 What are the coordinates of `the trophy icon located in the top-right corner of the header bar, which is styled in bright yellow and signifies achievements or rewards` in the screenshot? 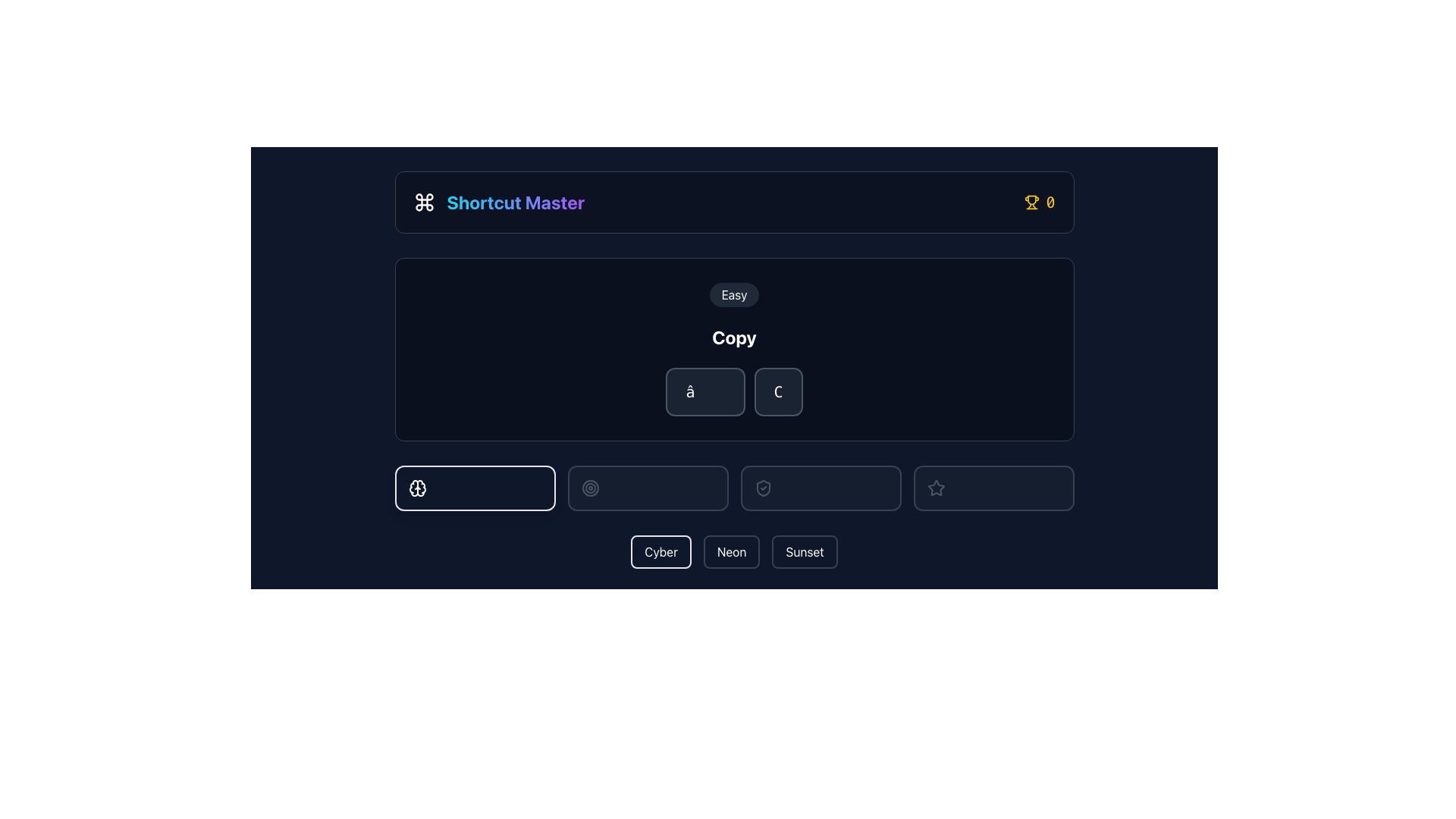 It's located at (1031, 201).